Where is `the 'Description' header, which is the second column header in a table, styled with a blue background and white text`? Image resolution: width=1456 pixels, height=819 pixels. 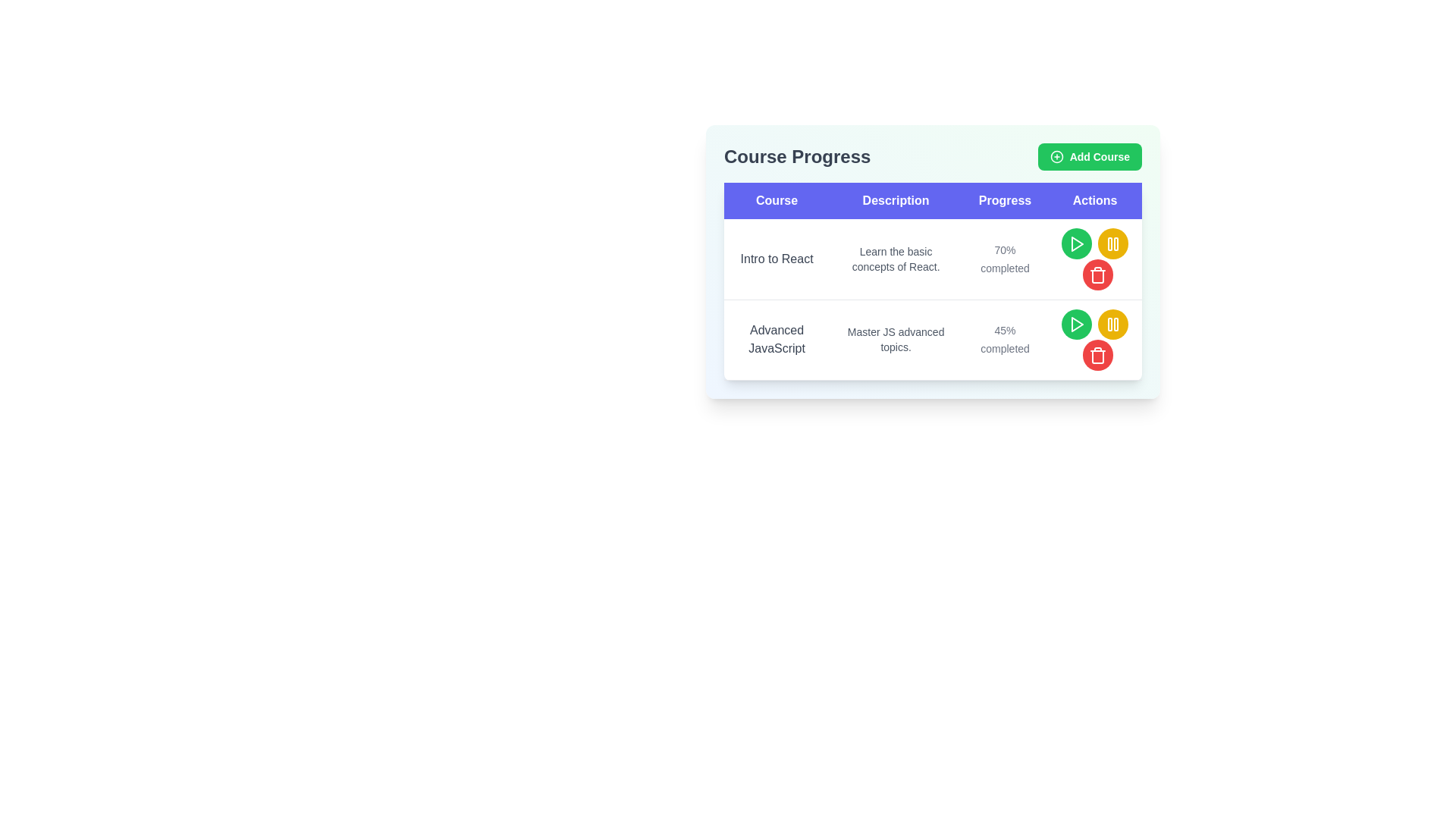
the 'Description' header, which is the second column header in a table, styled with a blue background and white text is located at coordinates (896, 200).